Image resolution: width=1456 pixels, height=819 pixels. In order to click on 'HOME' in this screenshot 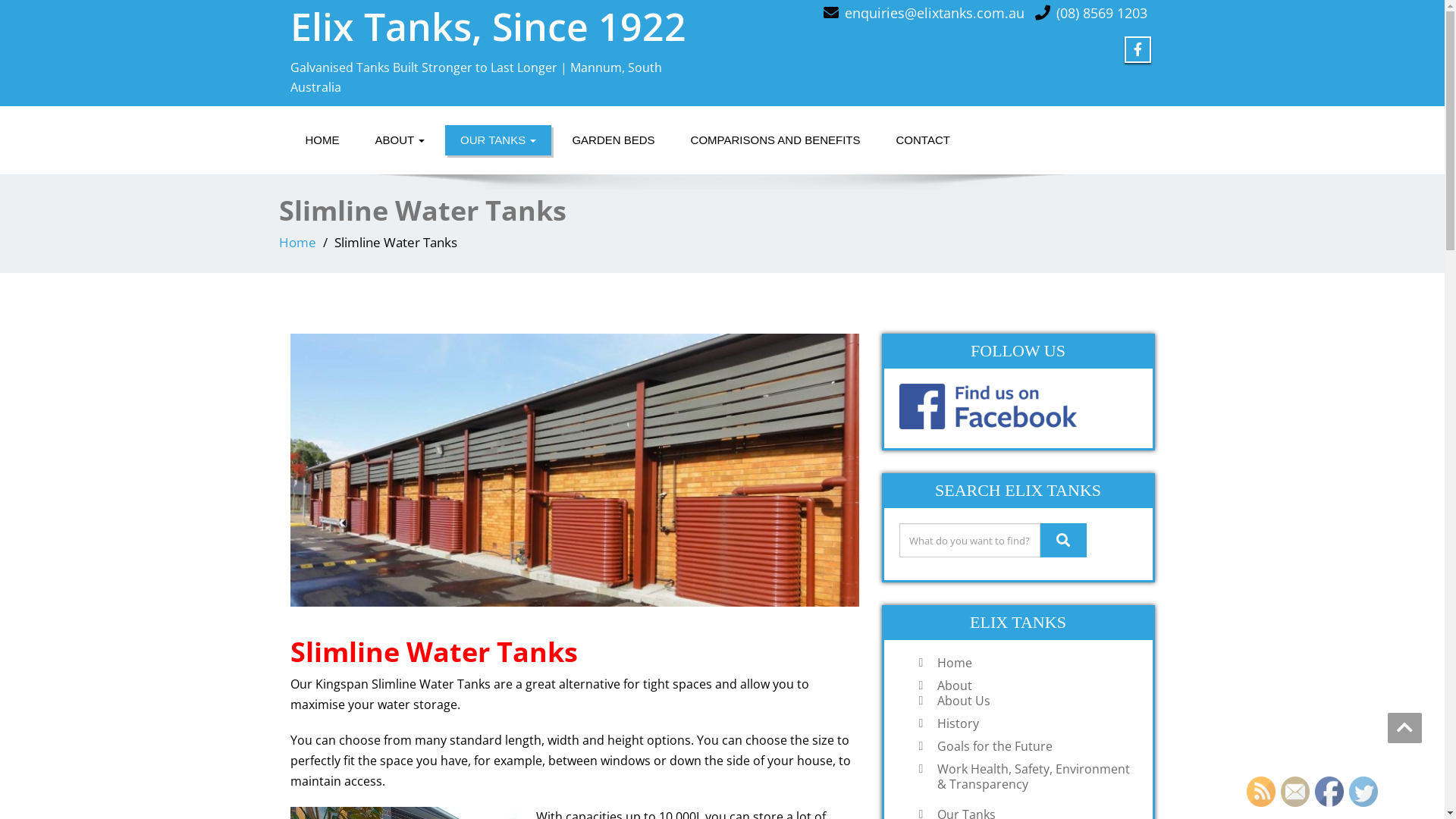, I will do `click(321, 140)`.